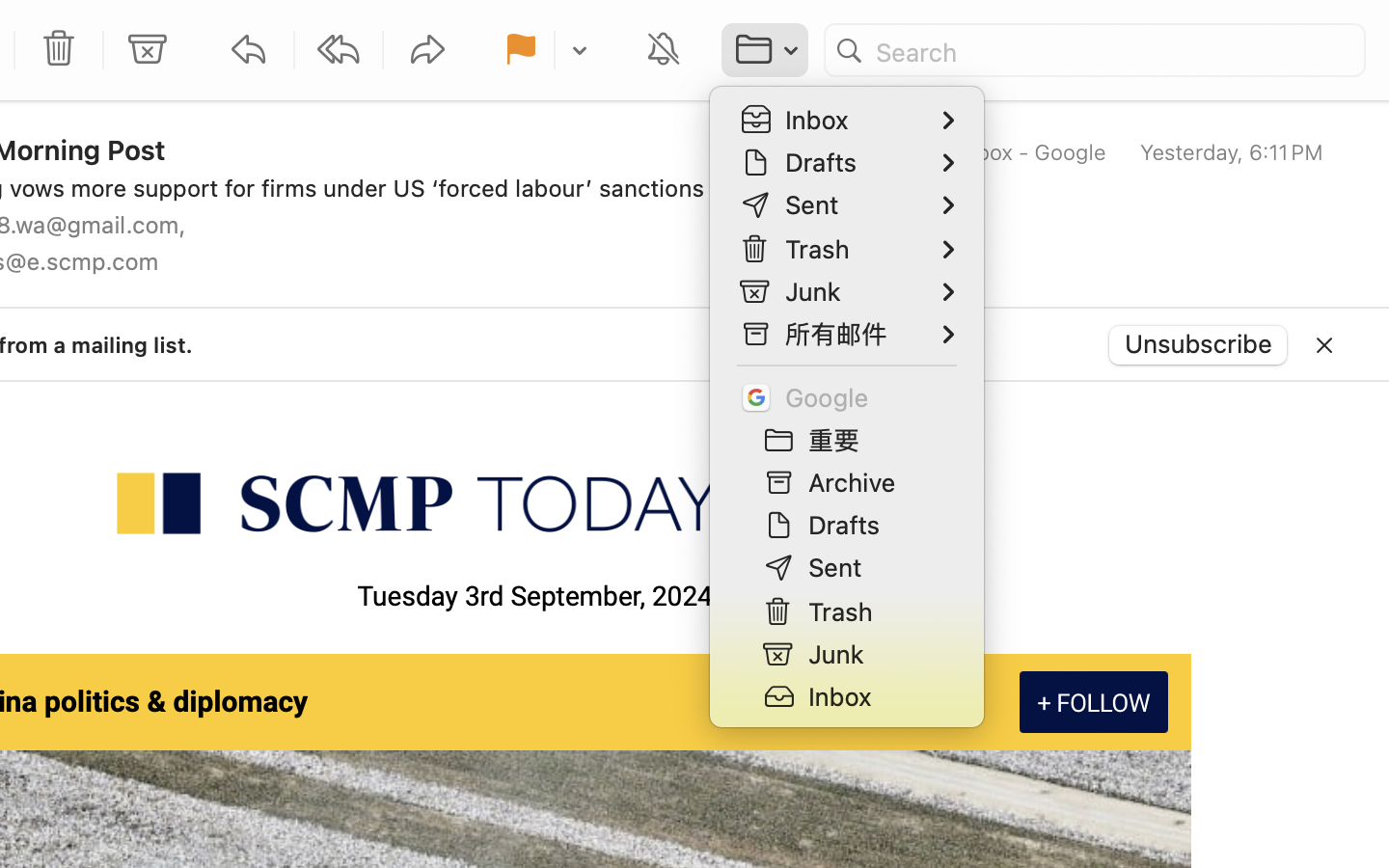  What do you see at coordinates (1011, 152) in the screenshot?
I see `'￼Inbox - Google'` at bounding box center [1011, 152].